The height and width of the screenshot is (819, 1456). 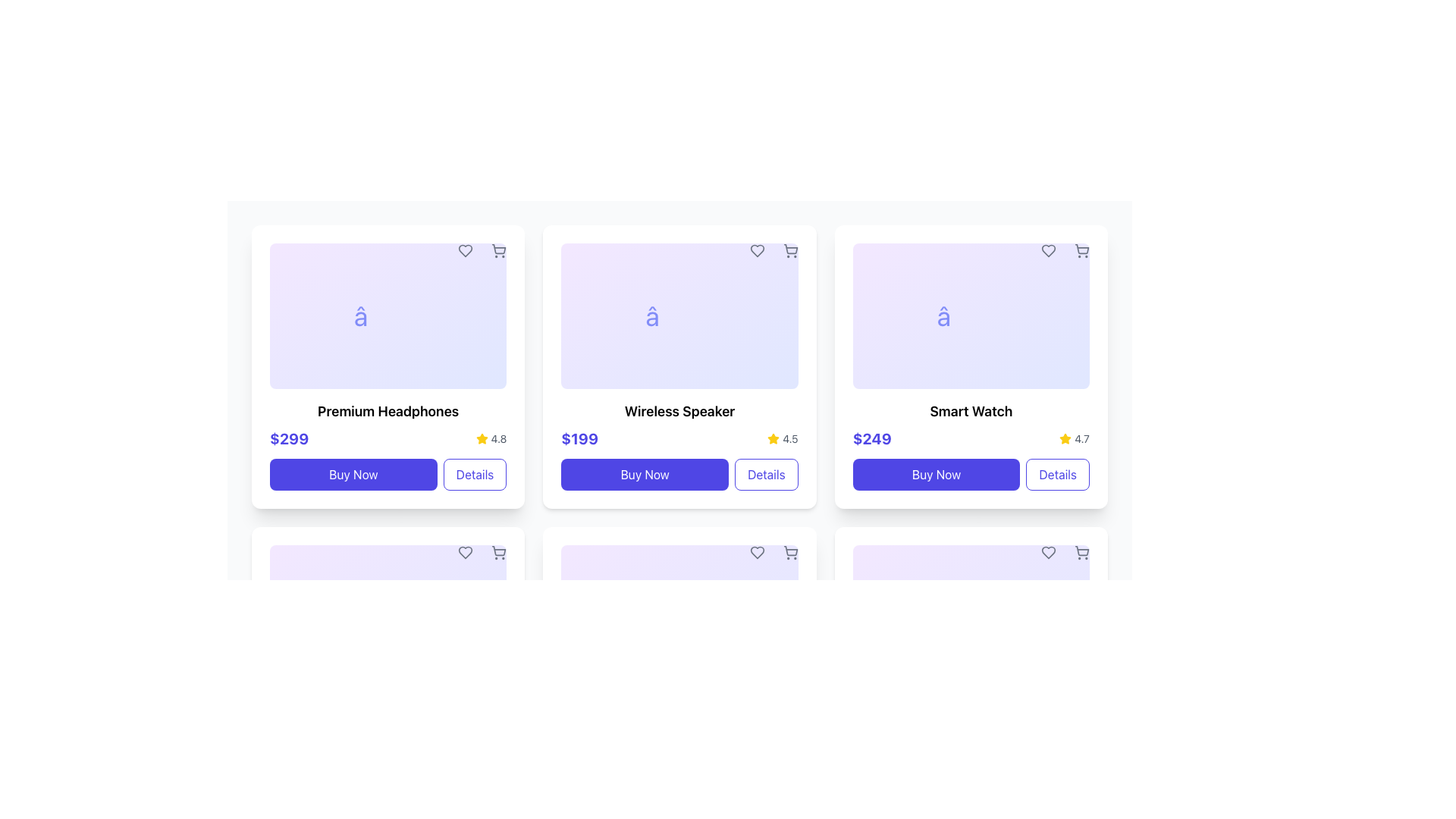 What do you see at coordinates (474, 473) in the screenshot?
I see `the button that allows users` at bounding box center [474, 473].